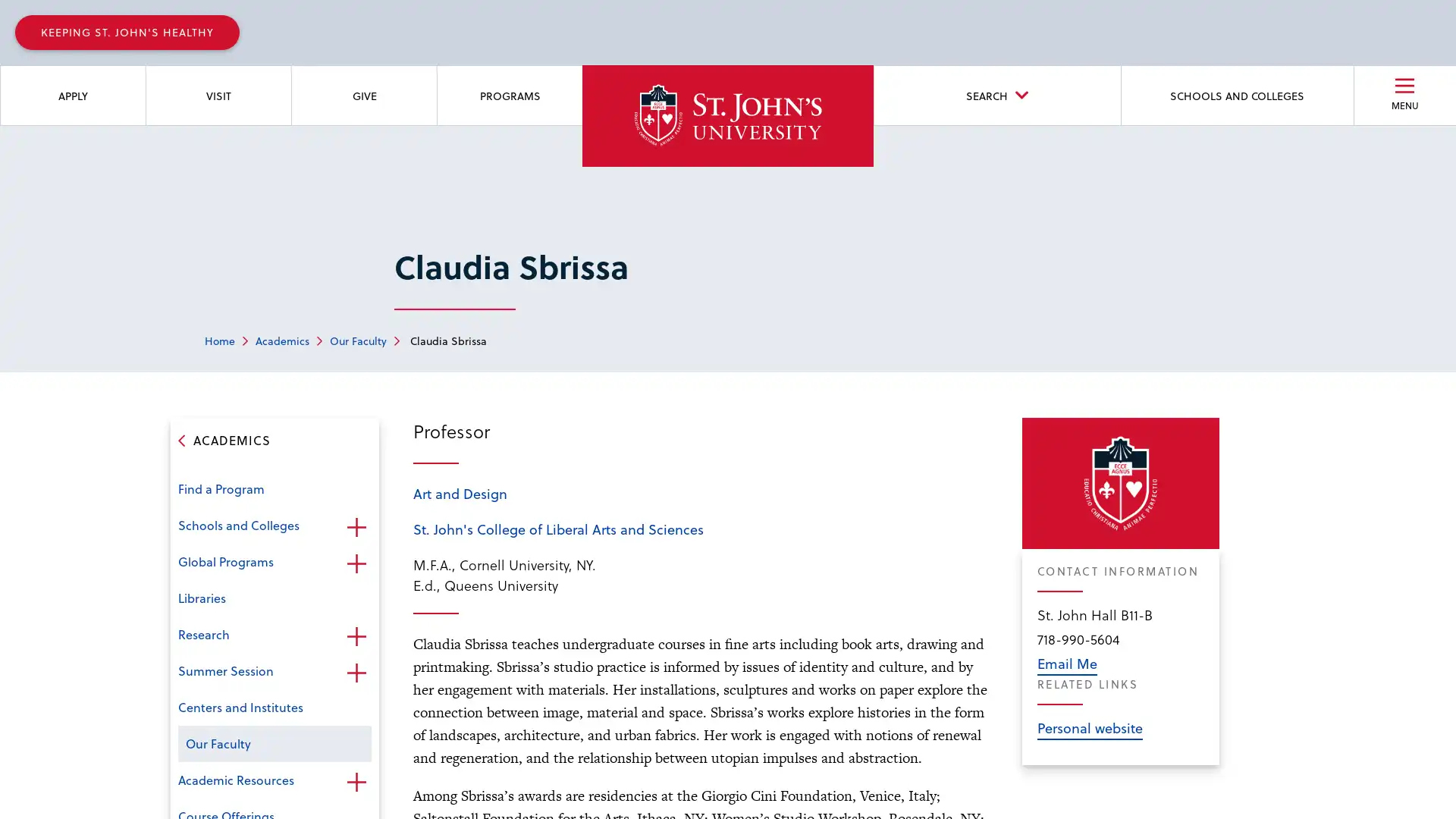 This screenshot has height=819, width=1456. Describe the element at coordinates (356, 563) in the screenshot. I see `Open the sub-menu` at that location.